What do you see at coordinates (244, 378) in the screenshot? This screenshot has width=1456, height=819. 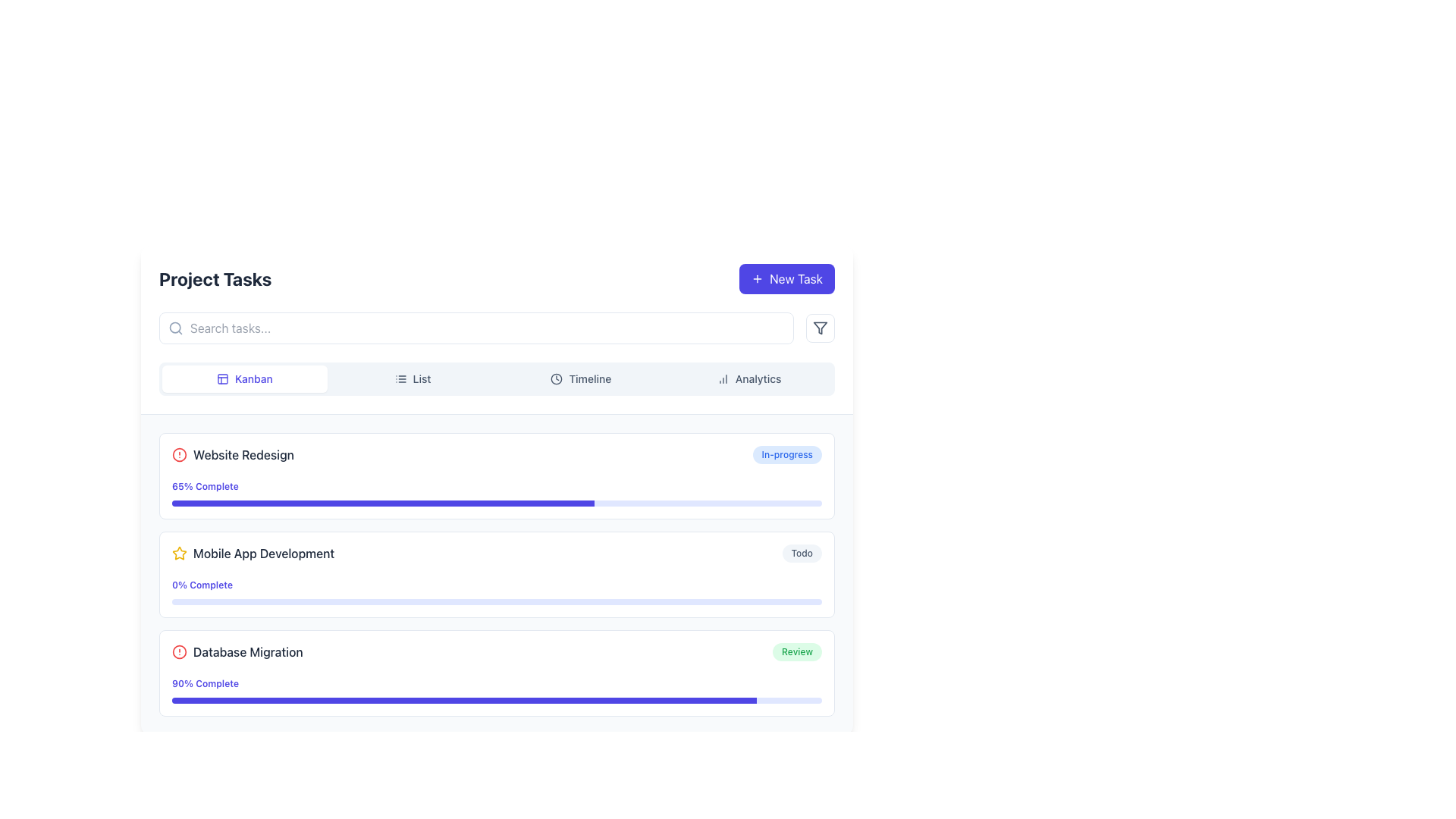 I see `the Kanban-style view button located as the first item in the horizontal navigation group at the top of the page` at bounding box center [244, 378].